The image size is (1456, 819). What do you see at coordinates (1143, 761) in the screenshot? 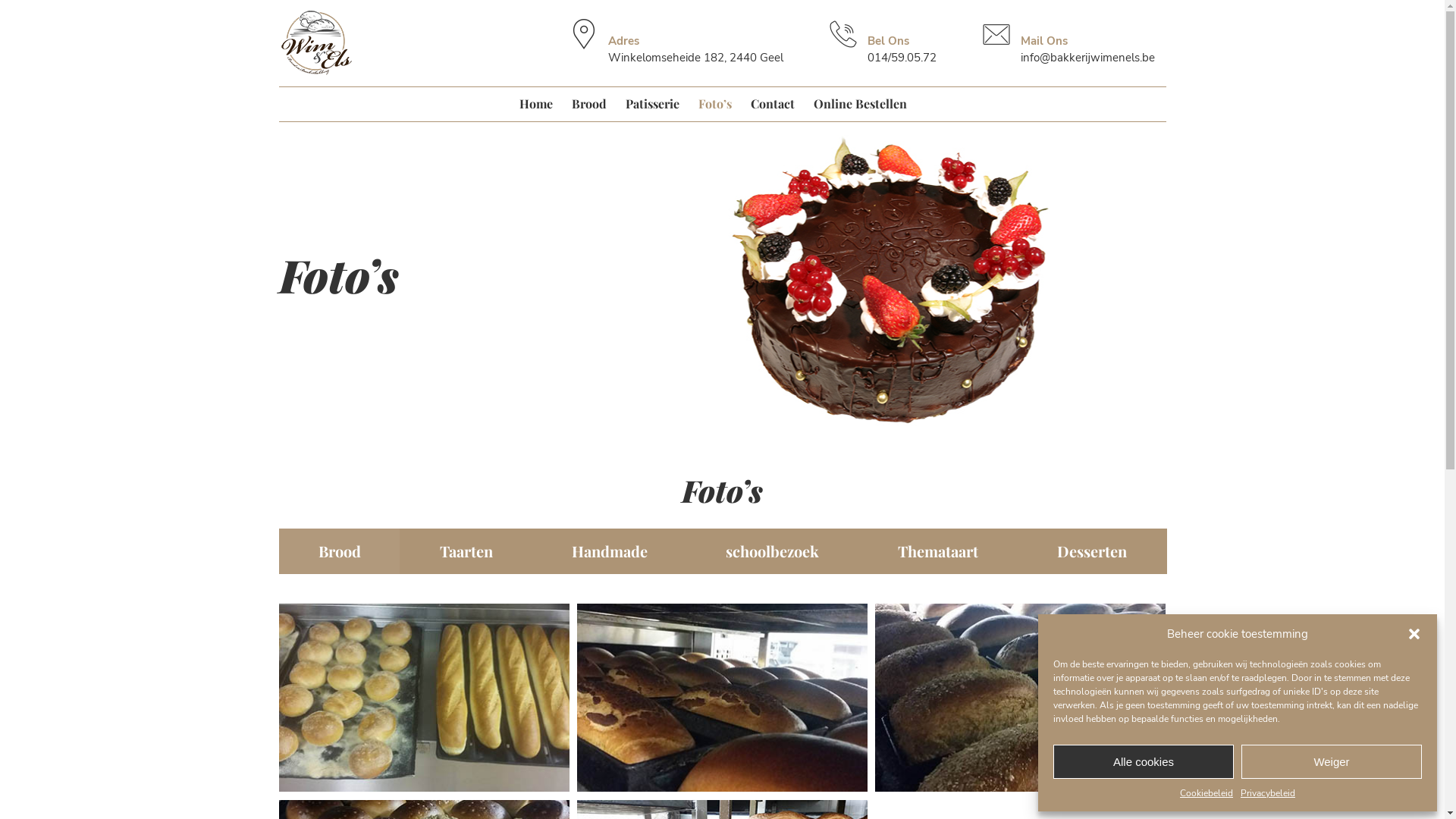
I see `'Alle cookies'` at bounding box center [1143, 761].